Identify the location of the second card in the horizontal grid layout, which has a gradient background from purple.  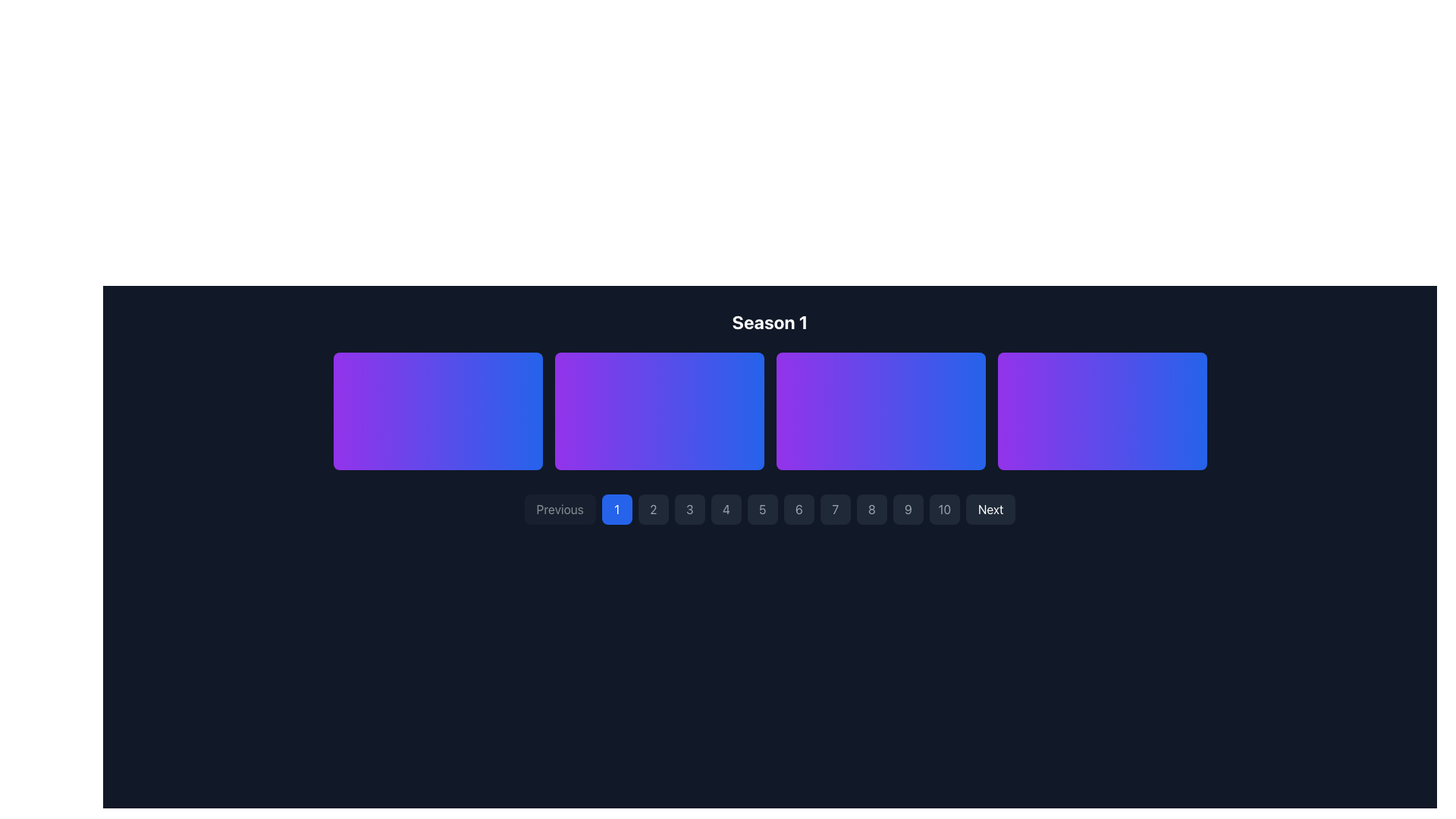
(659, 411).